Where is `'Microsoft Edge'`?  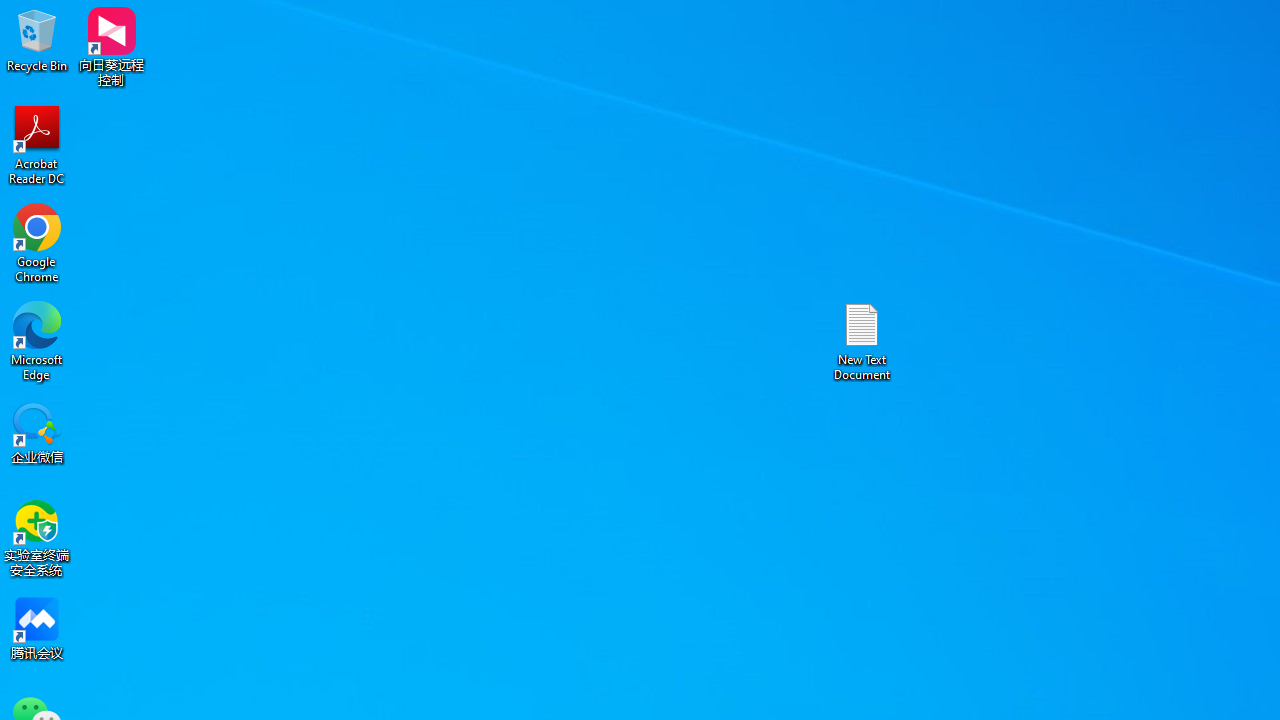 'Microsoft Edge' is located at coordinates (37, 340).